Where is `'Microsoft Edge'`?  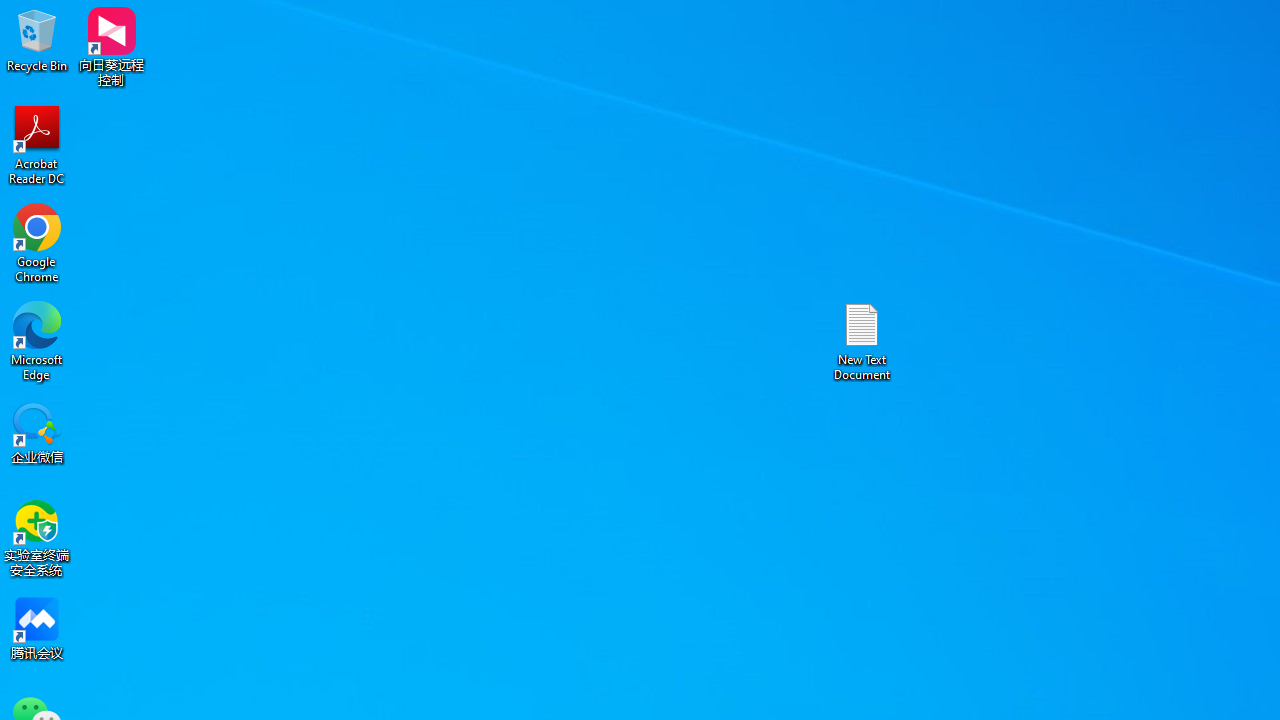 'Microsoft Edge' is located at coordinates (37, 340).